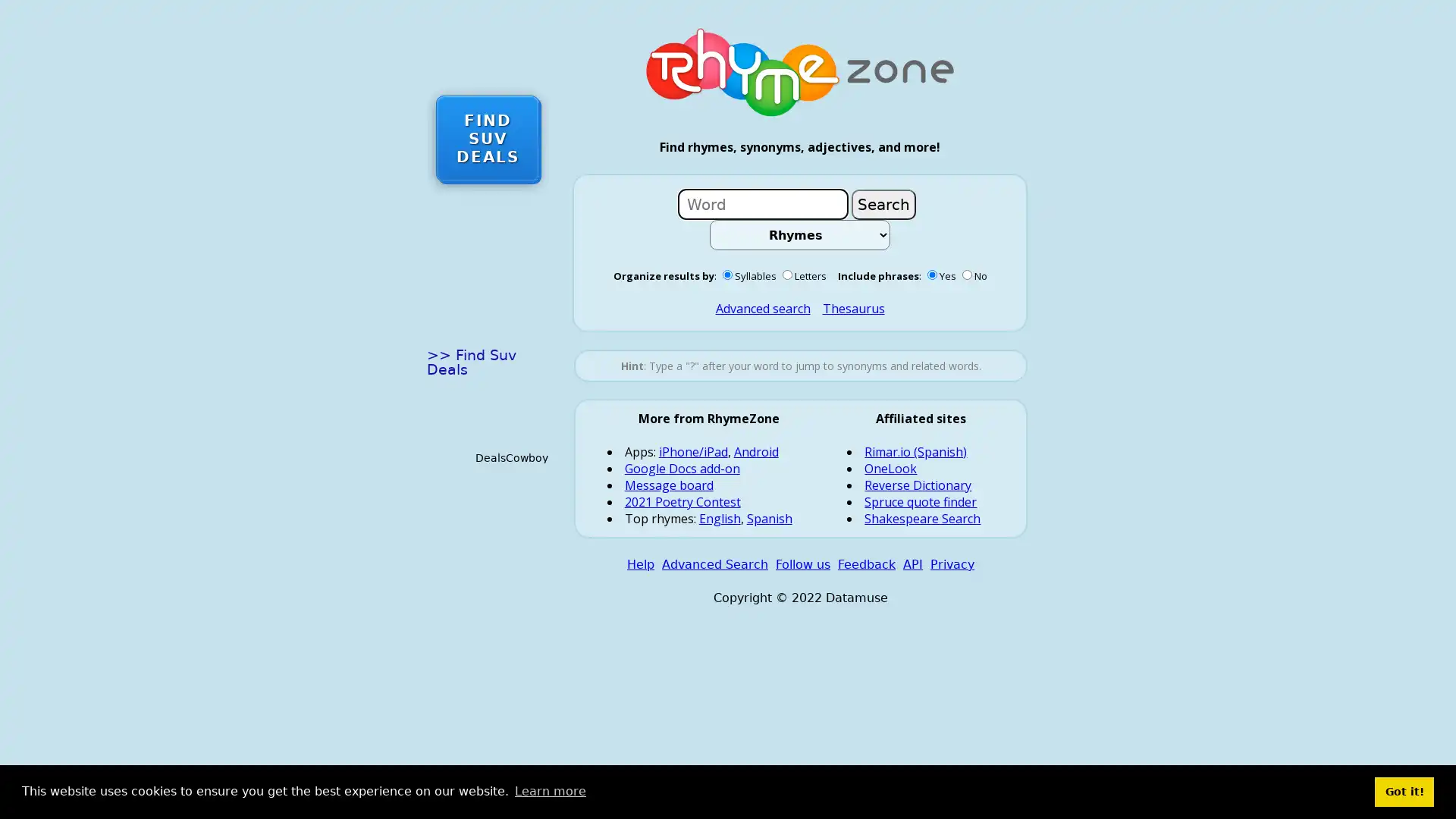 Image resolution: width=1456 pixels, height=819 pixels. I want to click on learn more about cookies, so click(549, 791).